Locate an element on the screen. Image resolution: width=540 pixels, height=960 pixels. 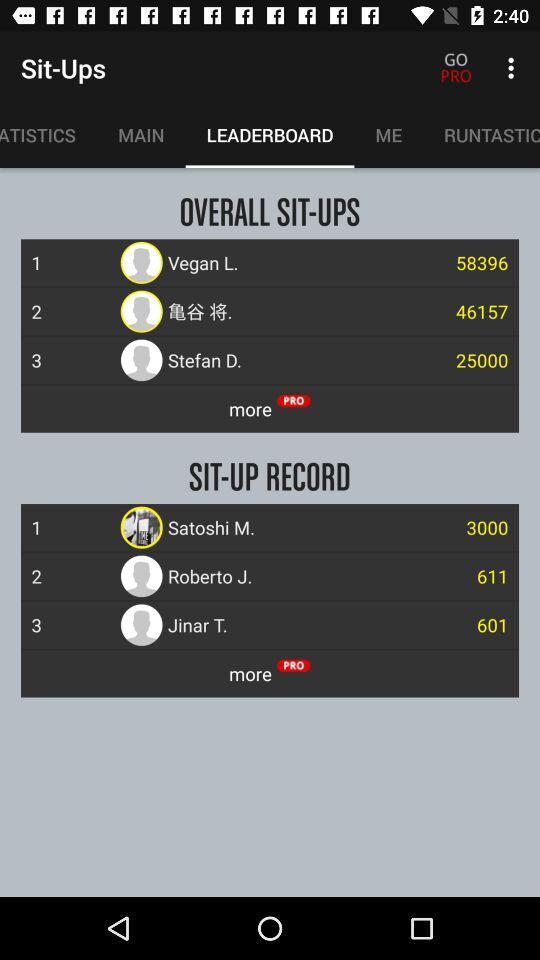
the app below the sit-ups item is located at coordinates (48, 134).